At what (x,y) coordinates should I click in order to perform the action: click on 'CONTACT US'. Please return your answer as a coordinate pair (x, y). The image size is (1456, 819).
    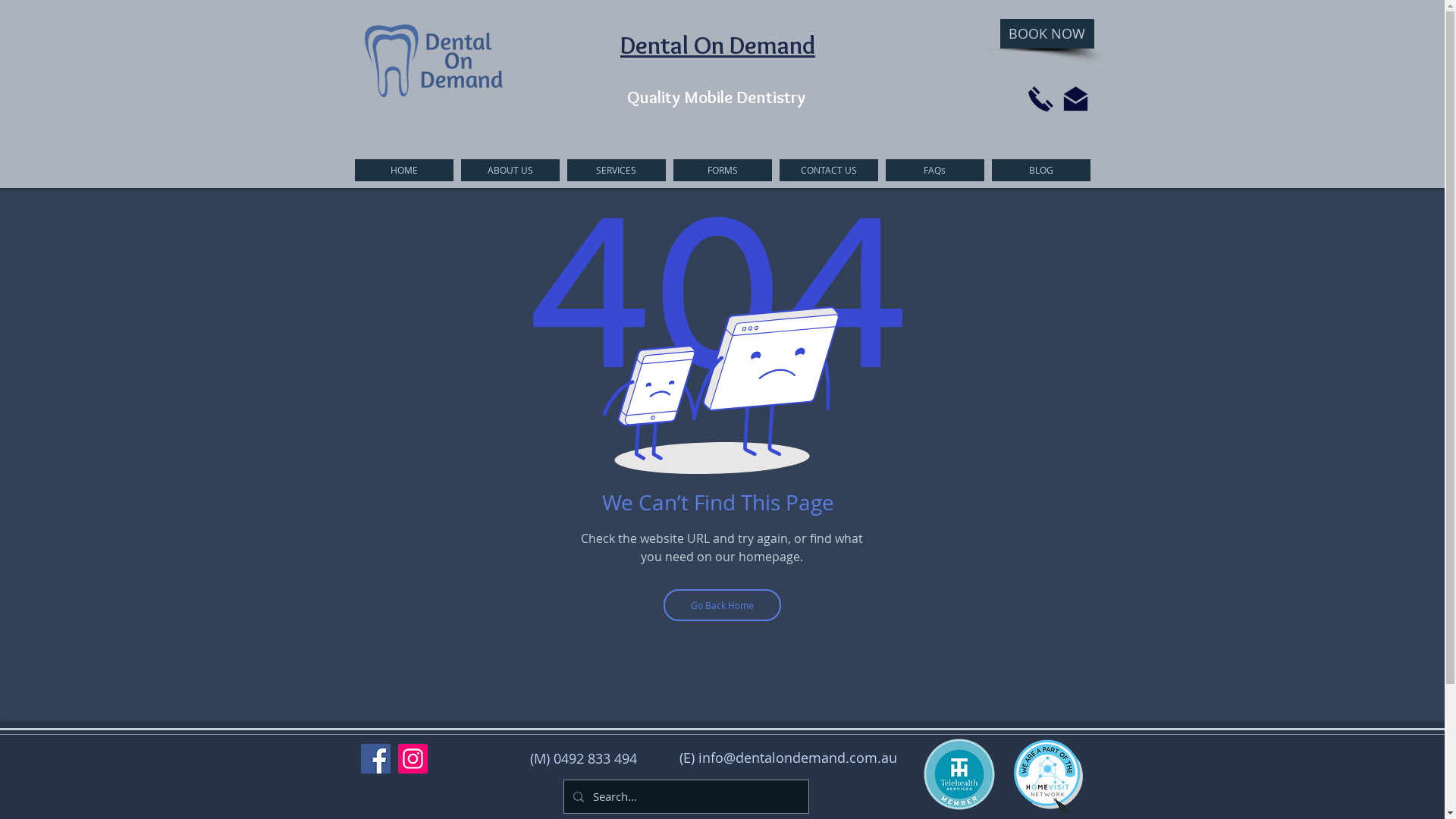
    Looking at the image, I should click on (828, 170).